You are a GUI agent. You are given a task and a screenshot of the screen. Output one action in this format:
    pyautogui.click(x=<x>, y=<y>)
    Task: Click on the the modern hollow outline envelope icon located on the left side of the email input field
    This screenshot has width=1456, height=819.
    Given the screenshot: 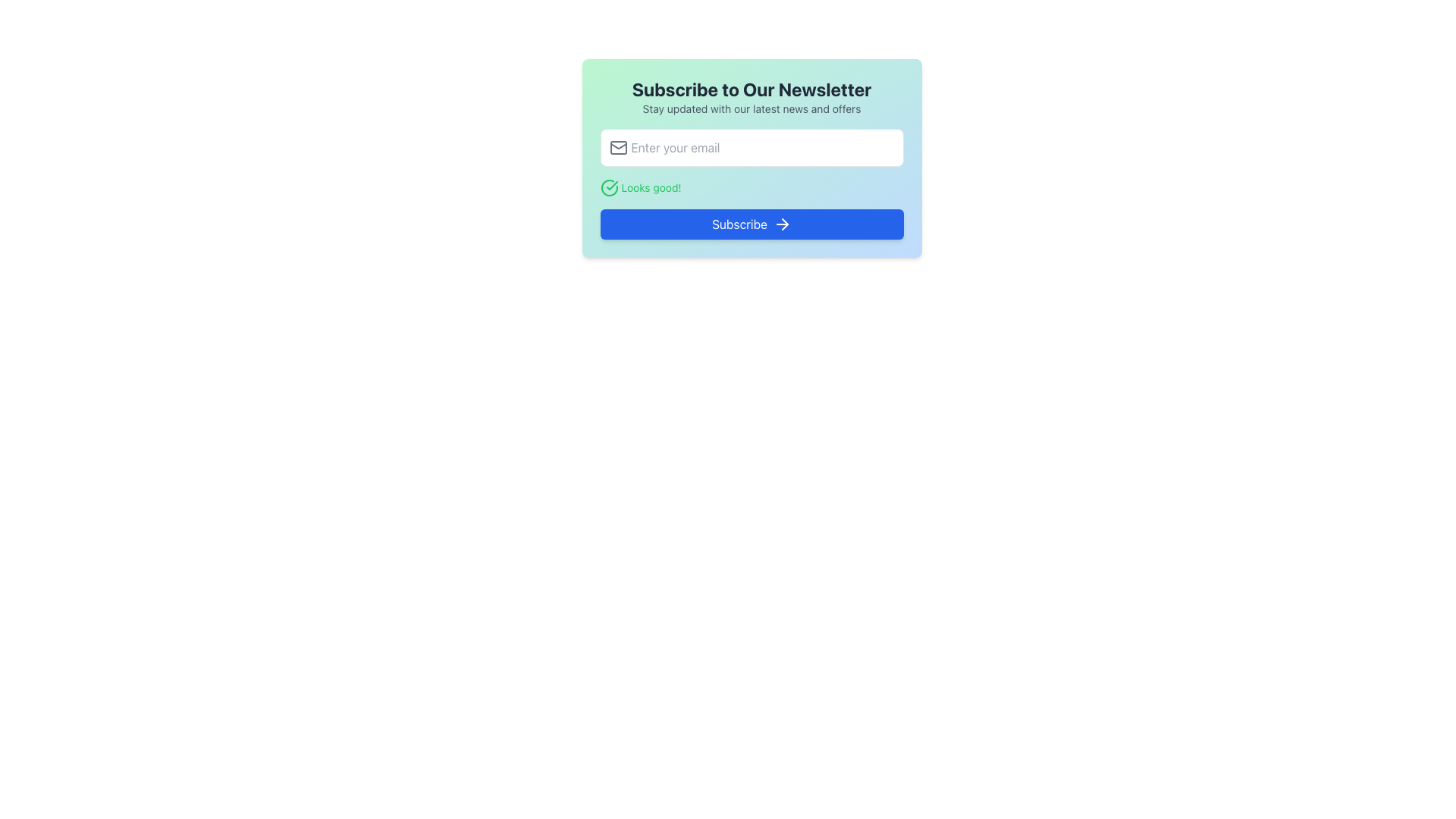 What is the action you would take?
    pyautogui.click(x=618, y=148)
    